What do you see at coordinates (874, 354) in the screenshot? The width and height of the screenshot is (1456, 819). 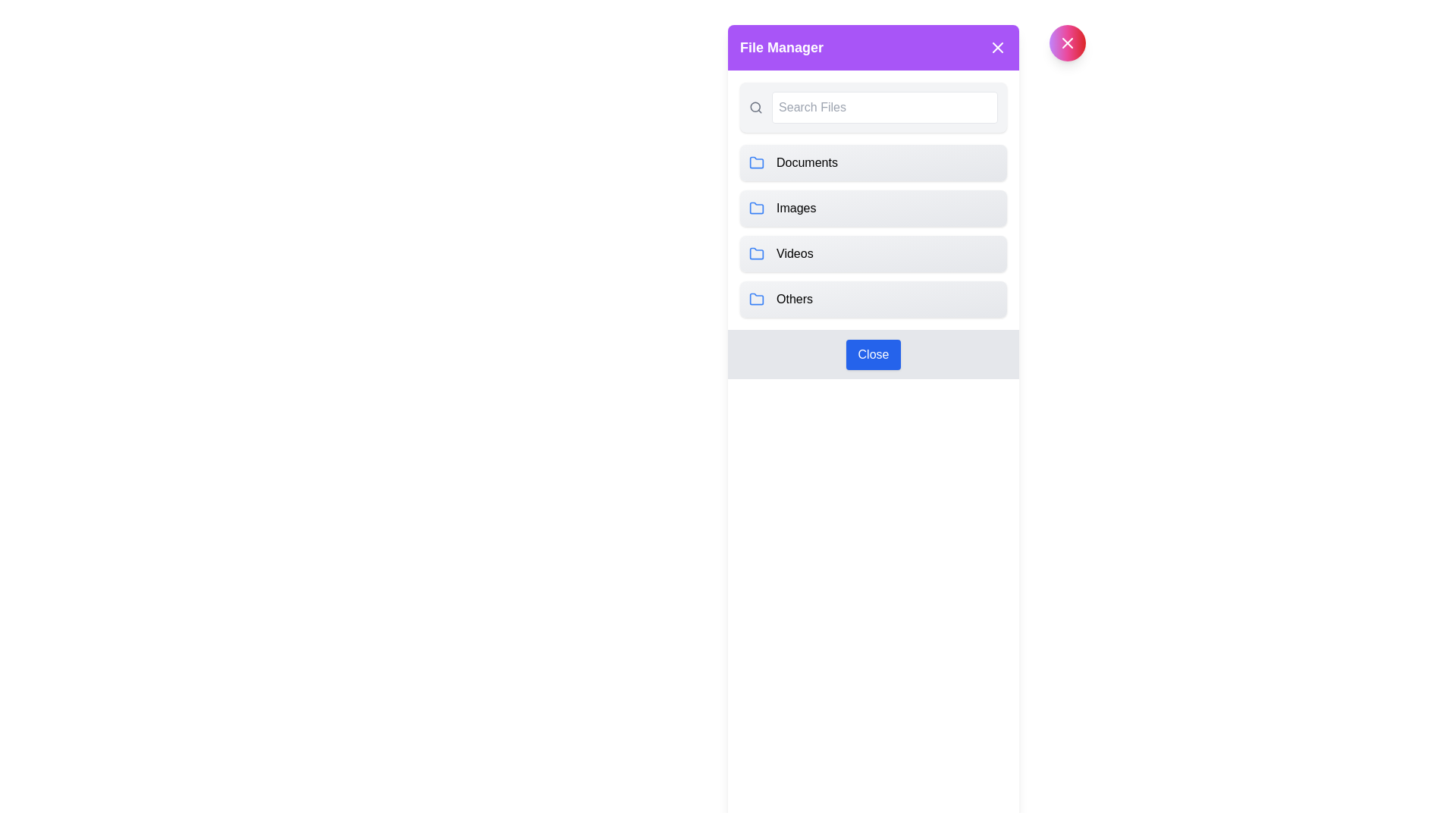 I see `the close button at the bottom section of the file manager to observe the hover effect` at bounding box center [874, 354].